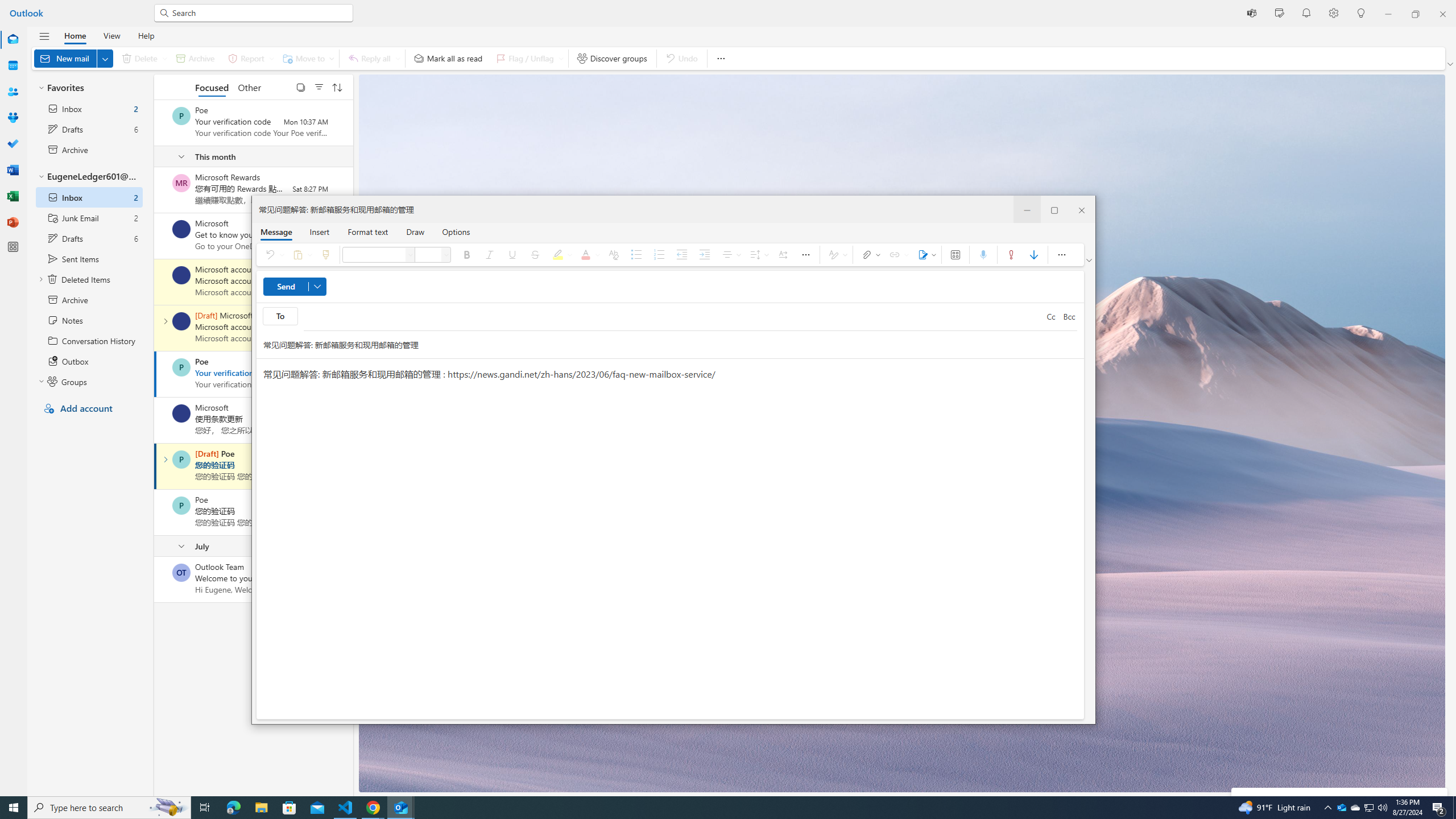 This screenshot has height=819, width=1456. I want to click on 'Q2790: 100%', so click(1381, 806).